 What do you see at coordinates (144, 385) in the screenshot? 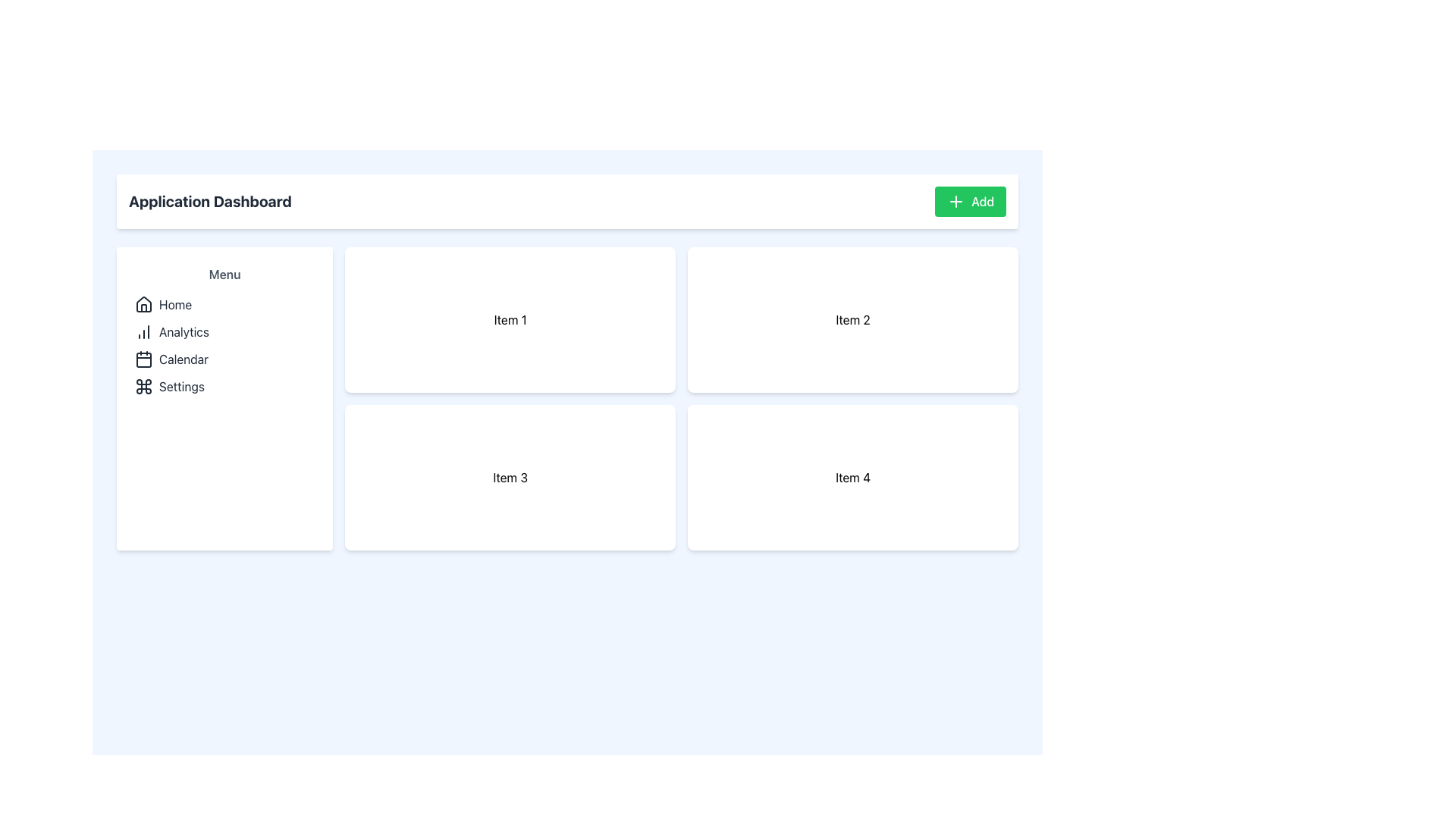
I see `the 'Settings' icon in the sidebar menu, which symbolizes a four-leaf clover with a cross in the center and rounded square components at the ends of the arms` at bounding box center [144, 385].